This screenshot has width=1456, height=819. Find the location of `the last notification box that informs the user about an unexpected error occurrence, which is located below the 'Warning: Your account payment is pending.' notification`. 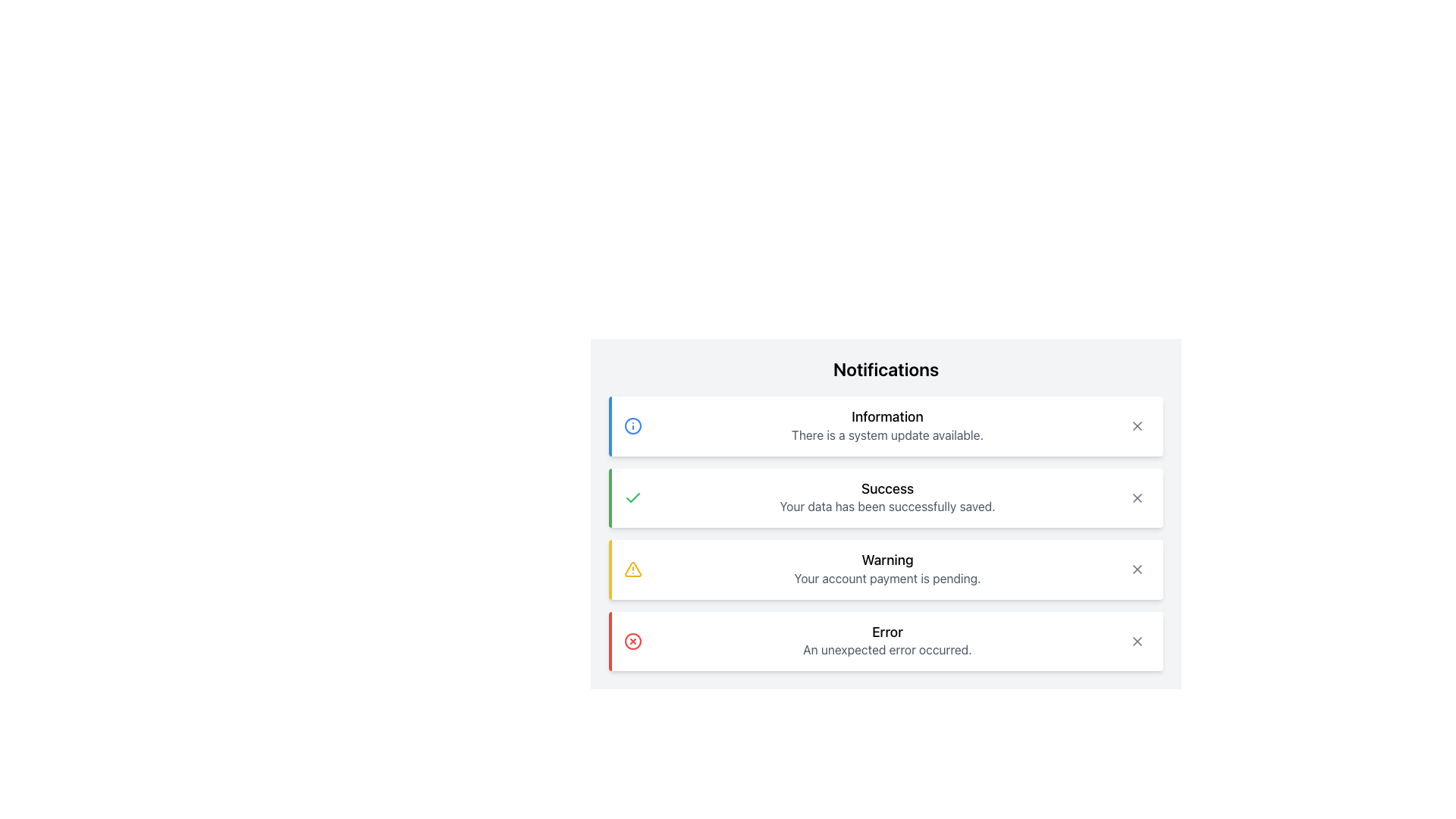

the last notification box that informs the user about an unexpected error occurrence, which is located below the 'Warning: Your account payment is pending.' notification is located at coordinates (886, 641).